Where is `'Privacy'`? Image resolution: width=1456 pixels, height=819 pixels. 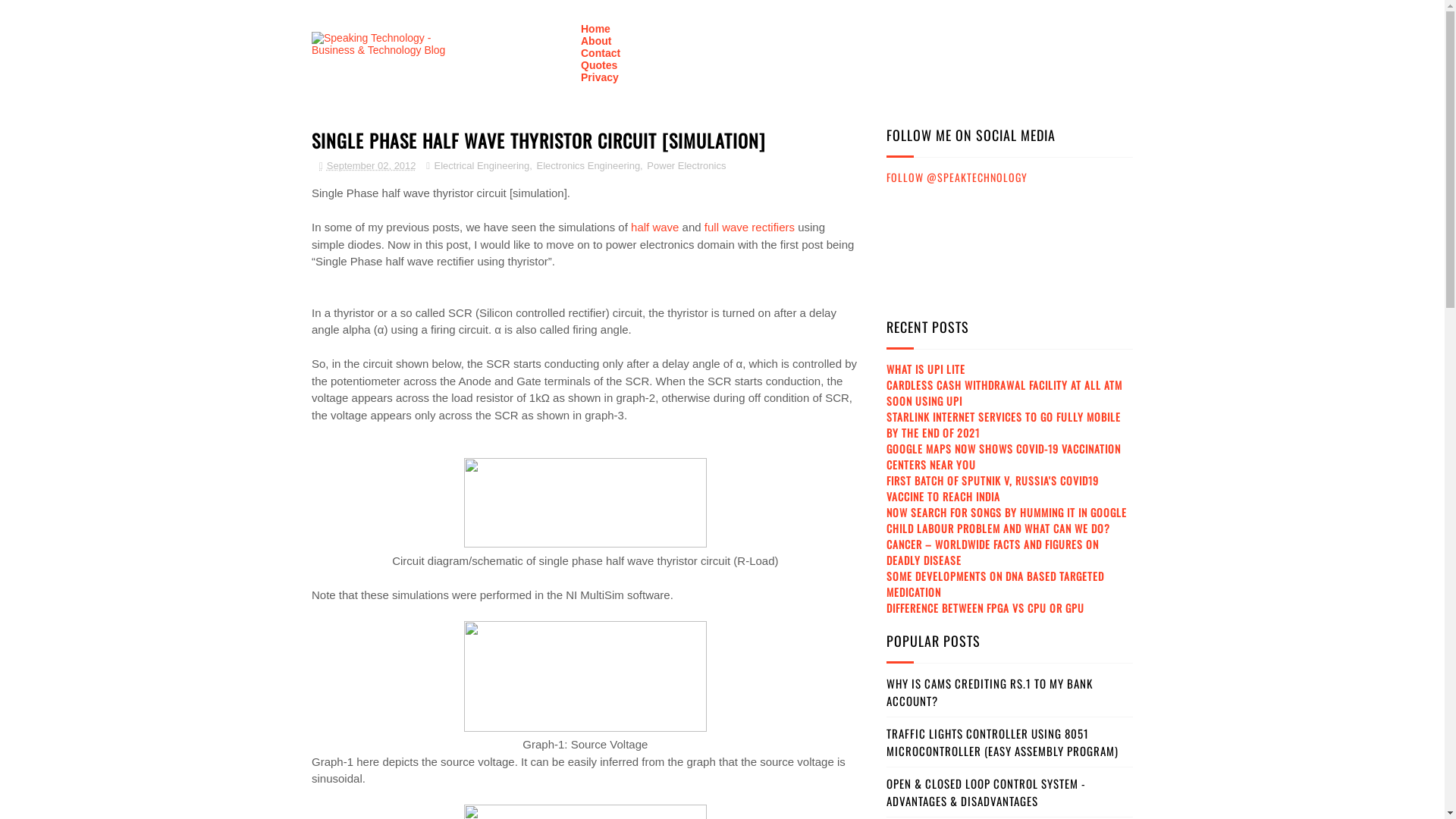 'Privacy' is located at coordinates (599, 77).